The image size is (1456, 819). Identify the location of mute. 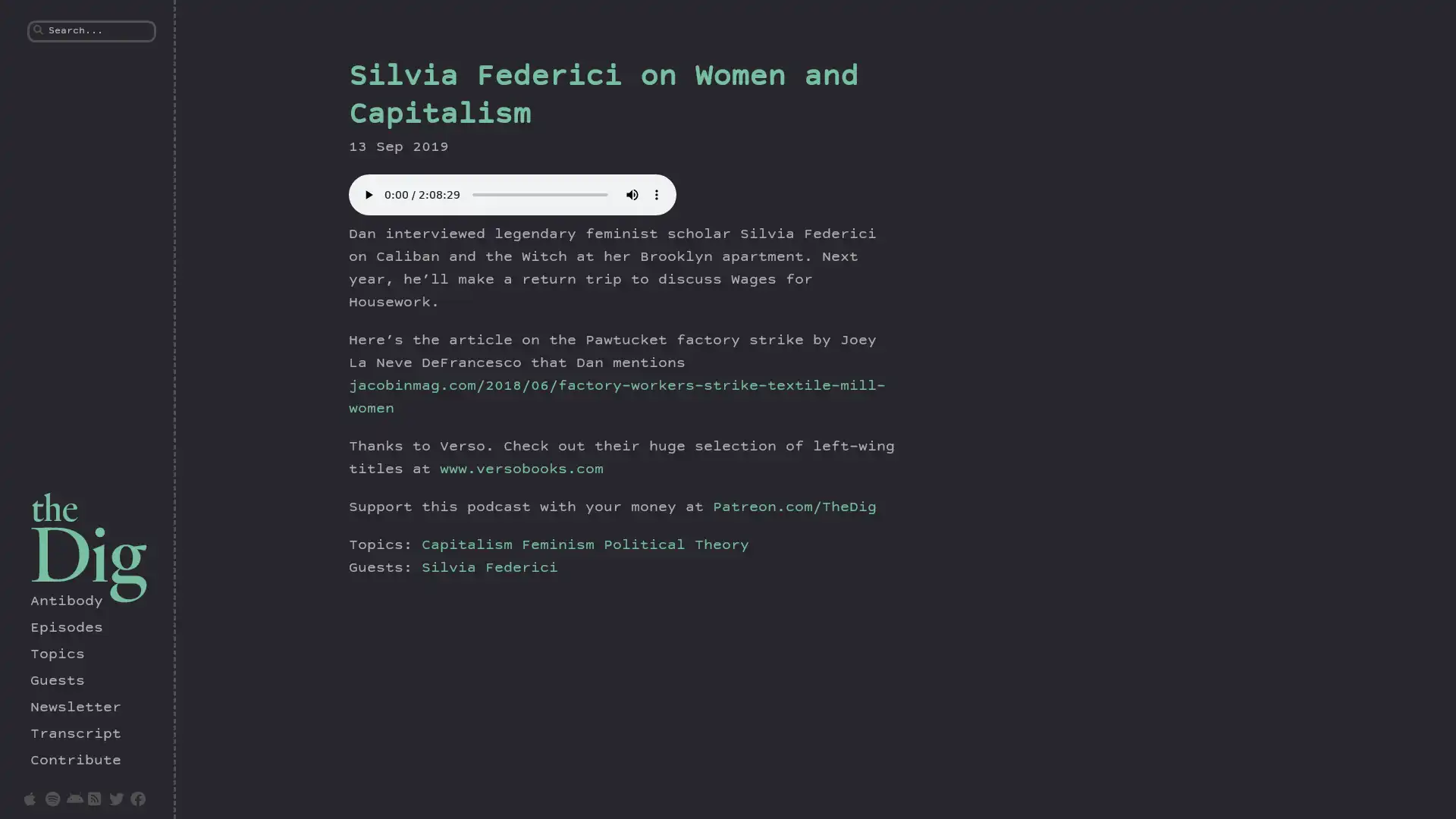
(632, 194).